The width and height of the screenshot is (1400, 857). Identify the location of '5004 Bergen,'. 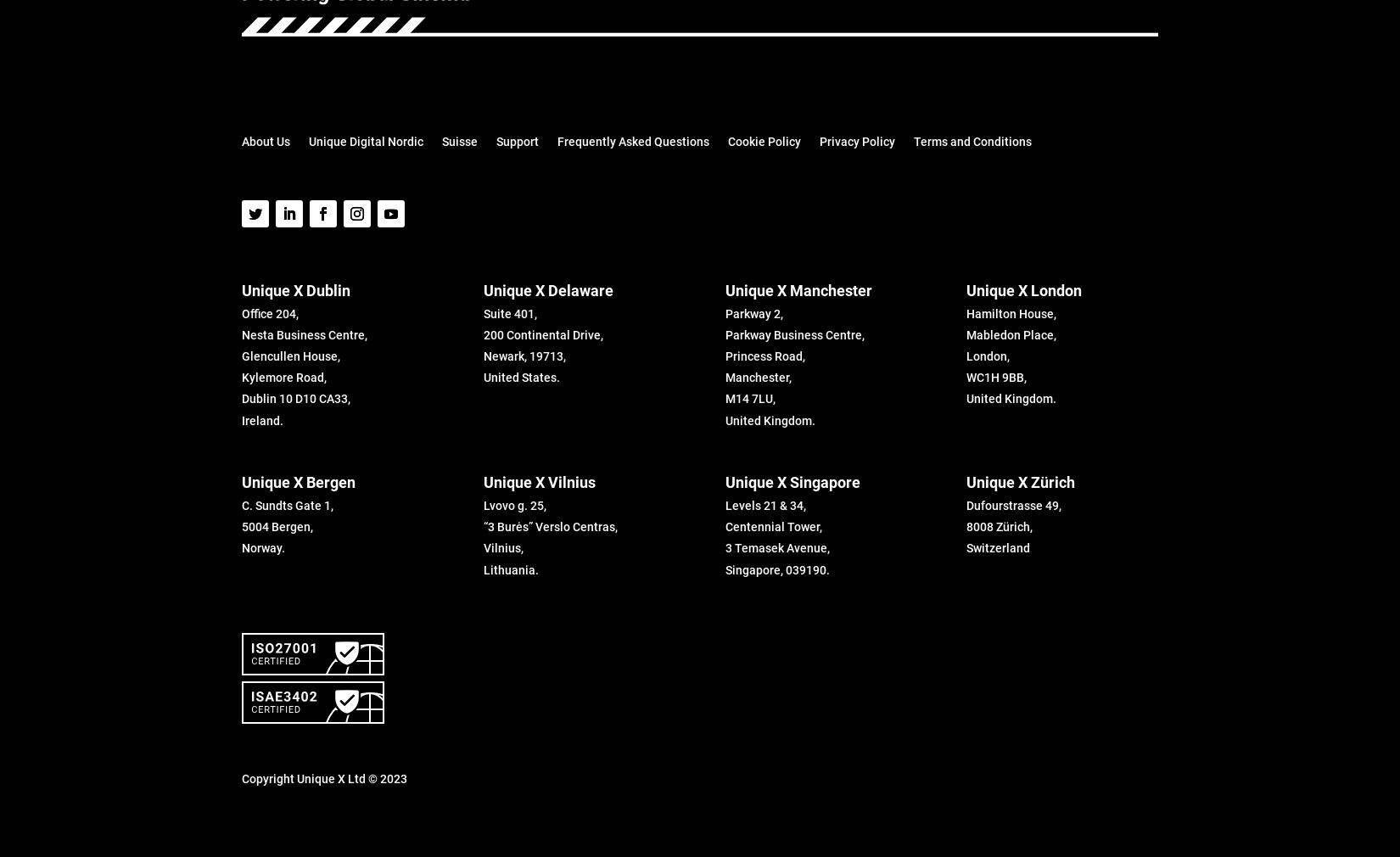
(277, 526).